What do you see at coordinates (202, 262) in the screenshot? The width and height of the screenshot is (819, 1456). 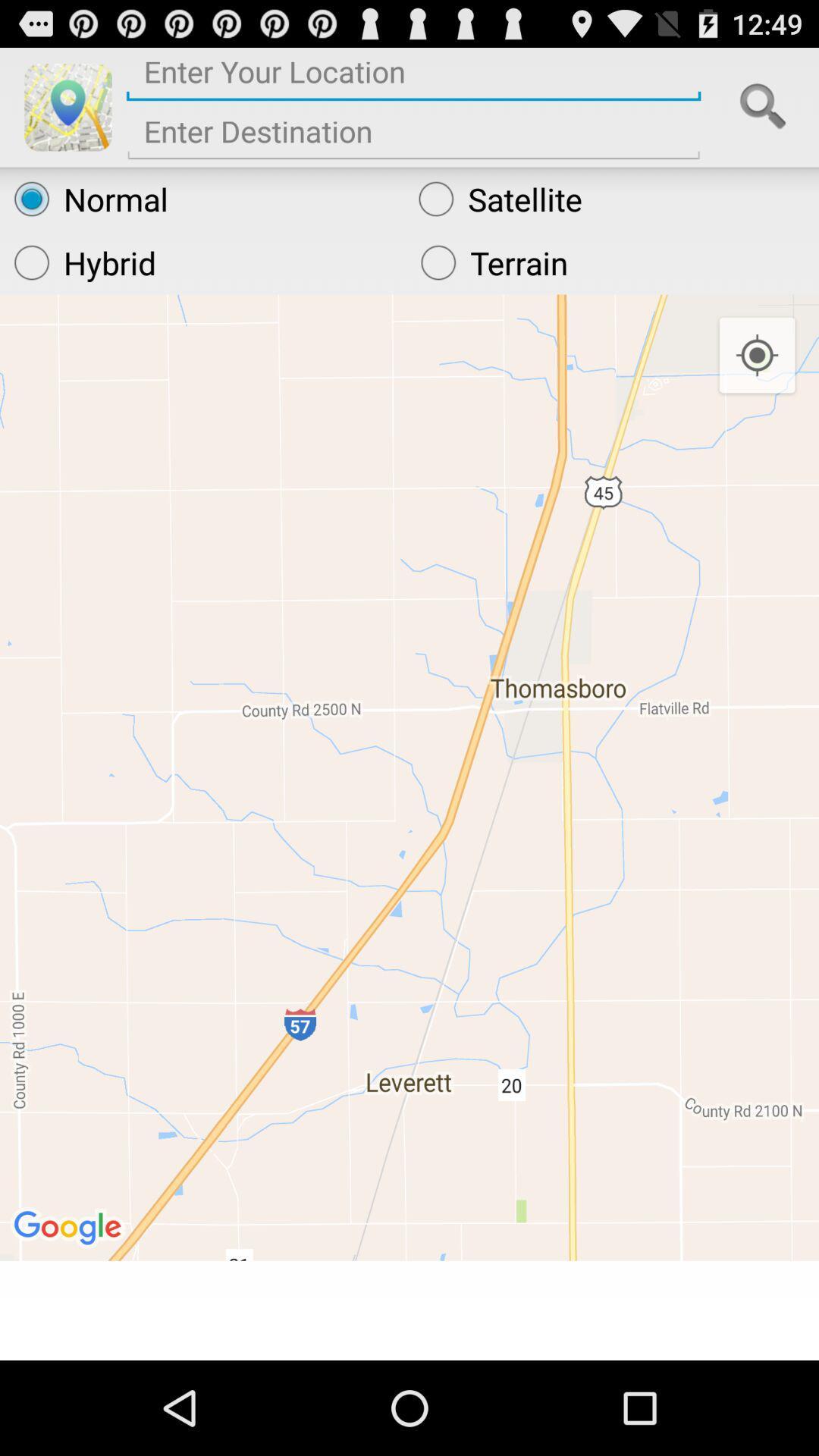 I see `the hybrid` at bounding box center [202, 262].